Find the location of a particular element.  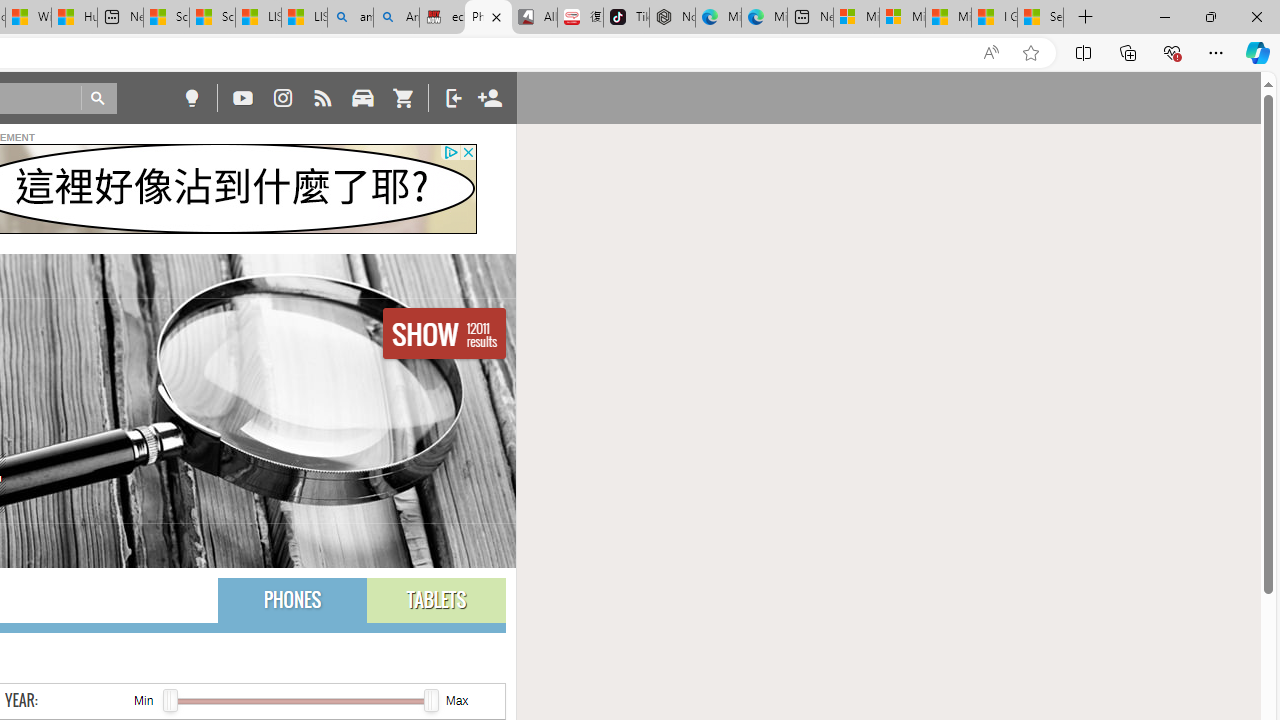

'Show' is located at coordinates (443, 332).